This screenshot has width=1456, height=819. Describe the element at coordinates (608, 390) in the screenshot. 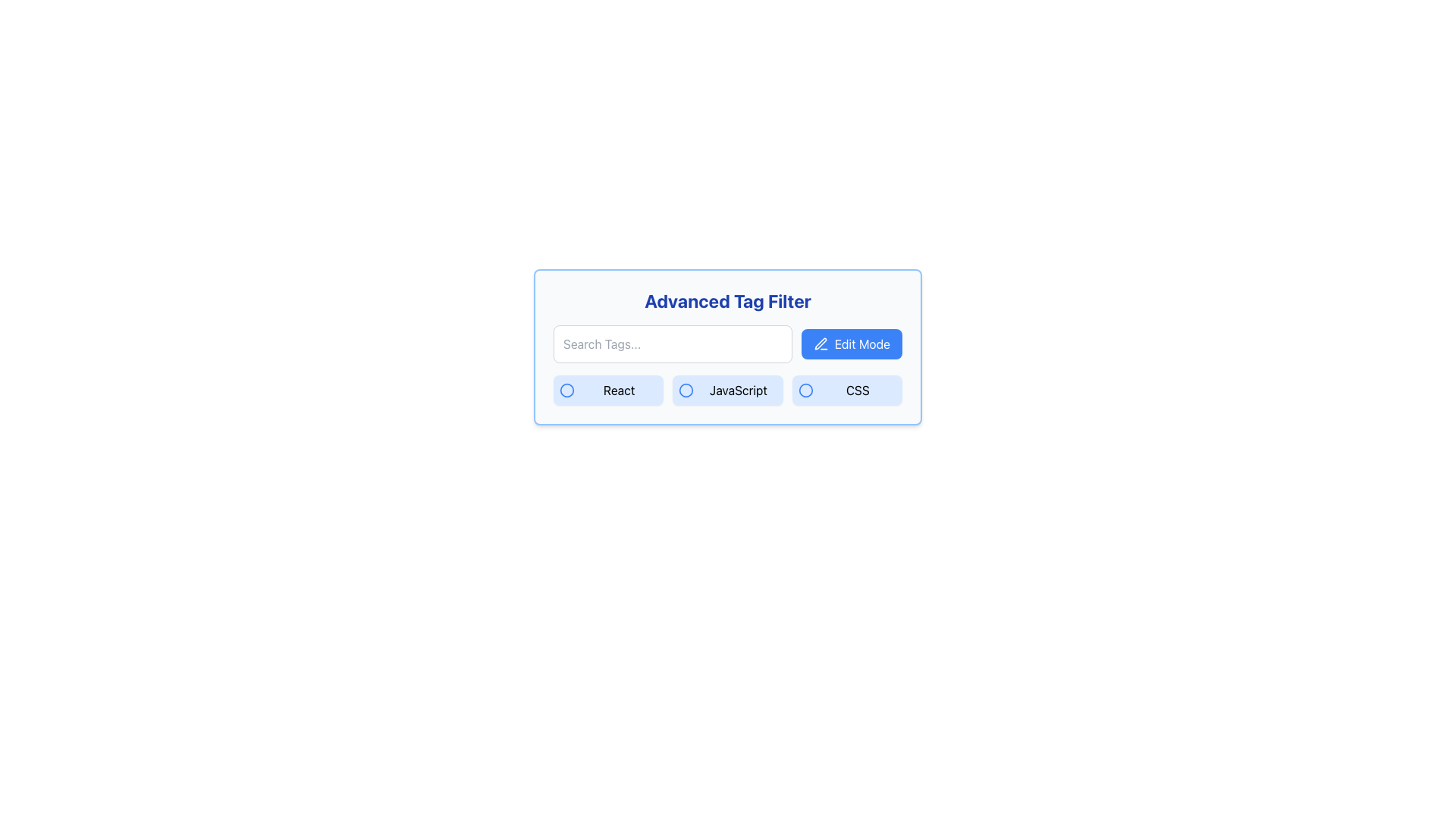

I see `the first selectable button labeled 'React' in the 'Advanced Tag Filter' section` at that location.